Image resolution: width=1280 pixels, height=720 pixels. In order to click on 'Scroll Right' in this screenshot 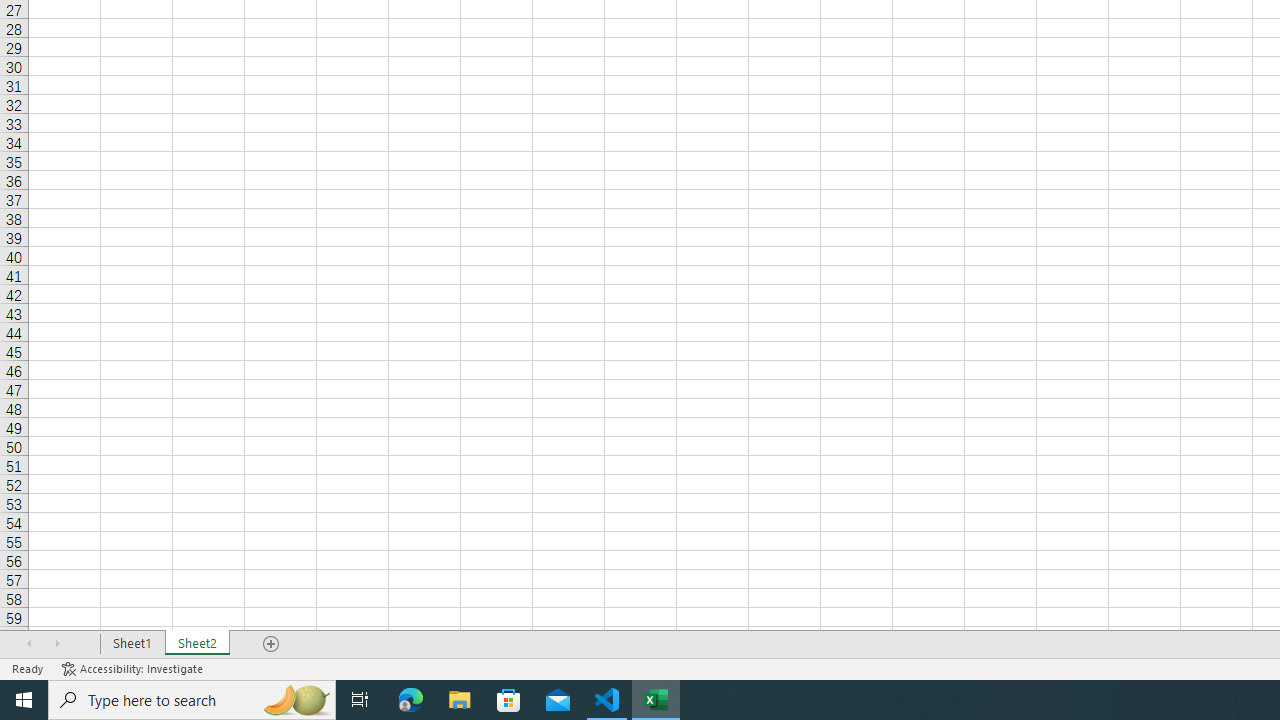, I will do `click(57, 644)`.